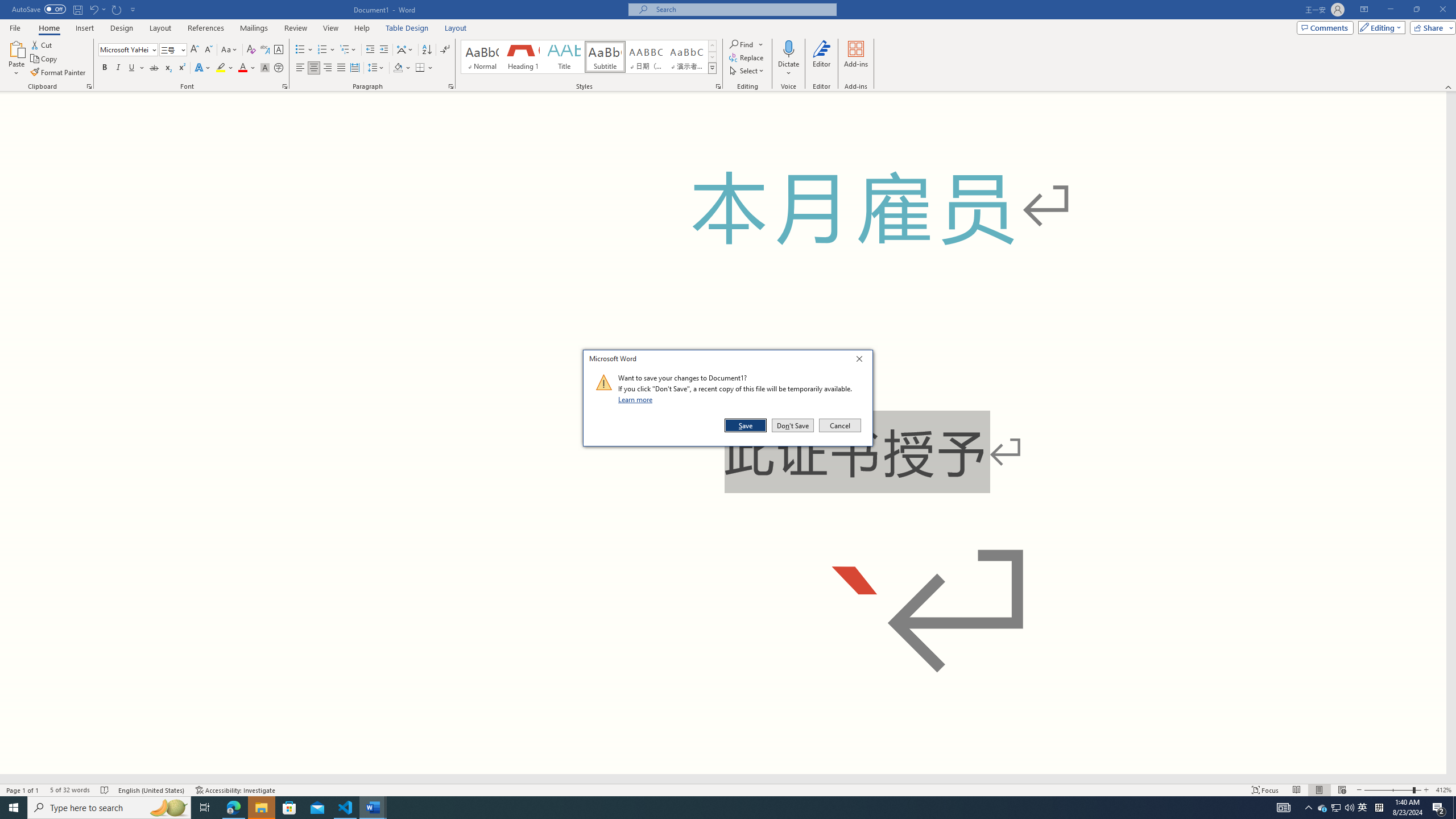  Describe the element at coordinates (1283, 806) in the screenshot. I see `'AutomationID: 4105'` at that location.